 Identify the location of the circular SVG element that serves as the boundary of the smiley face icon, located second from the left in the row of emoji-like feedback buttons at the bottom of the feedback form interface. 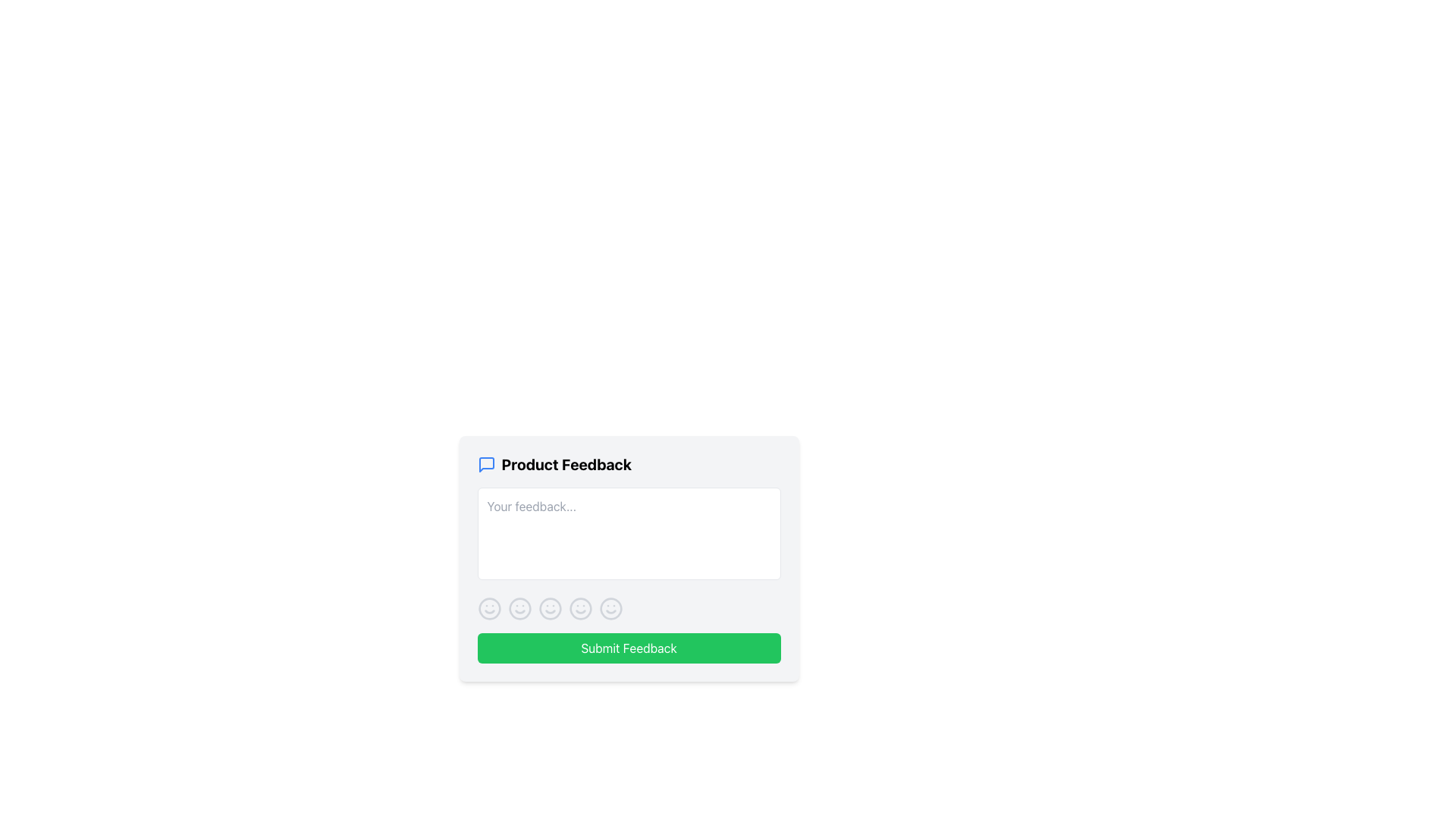
(549, 607).